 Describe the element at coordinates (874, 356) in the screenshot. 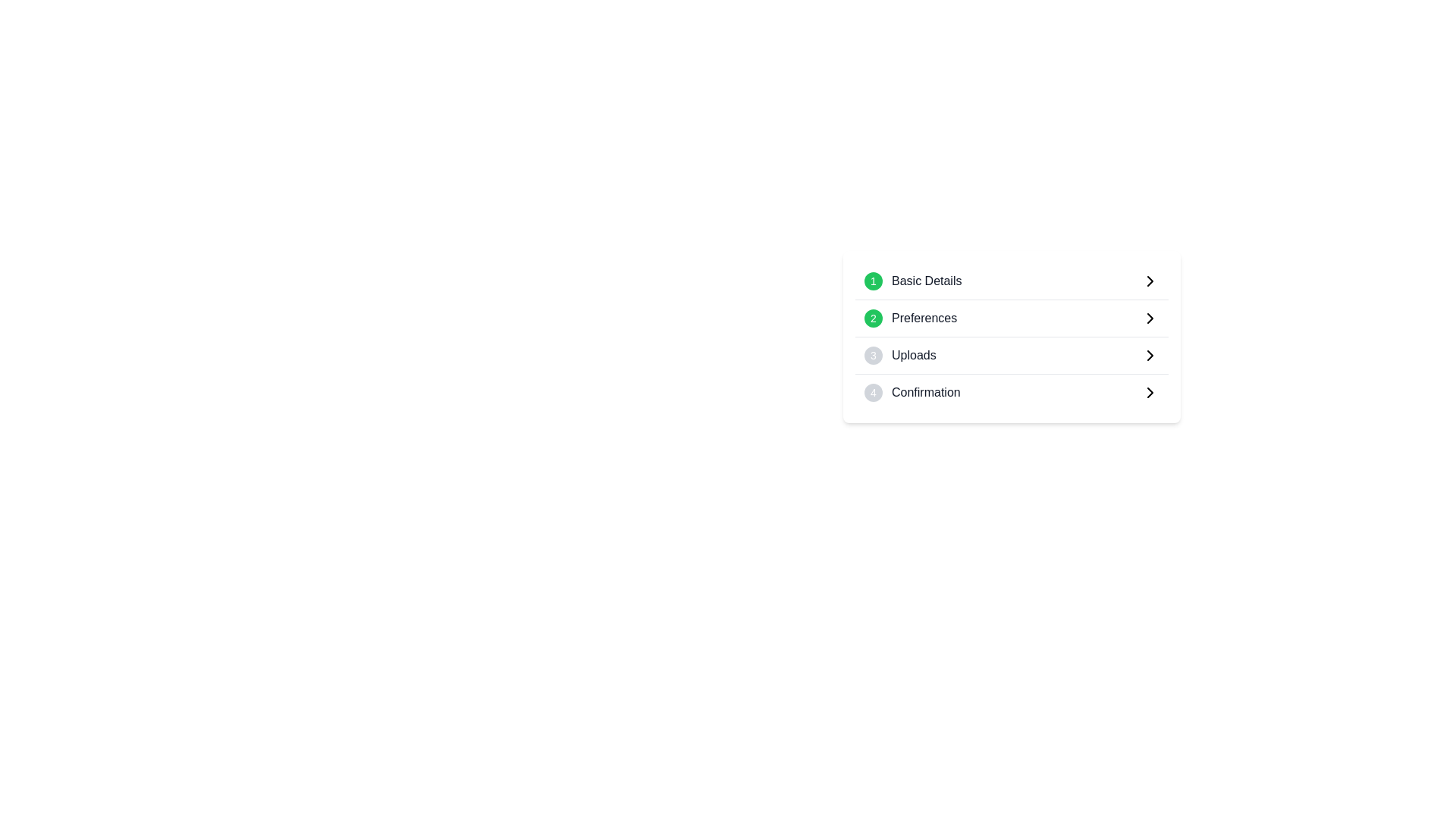

I see `the status indicator badge for the 'Uploads' process, which is located to the left of the 'Uploads' text` at that location.